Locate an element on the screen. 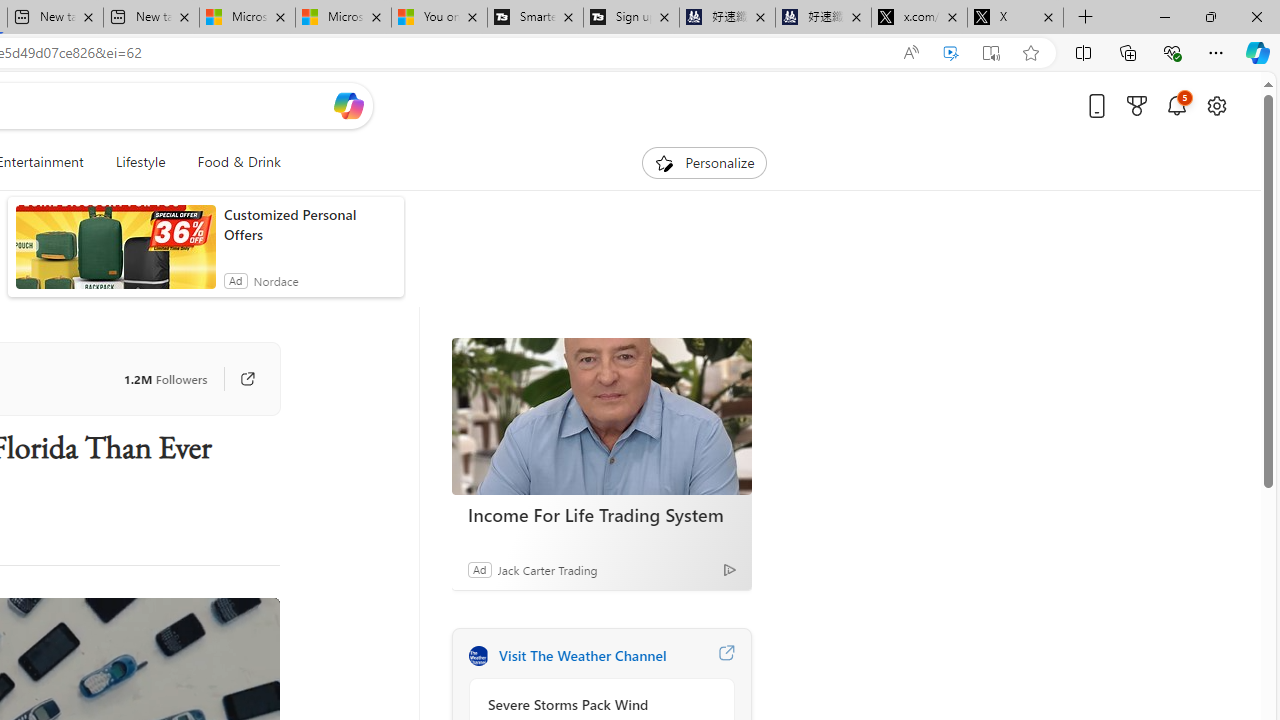  'Go to publisher' is located at coordinates (237, 379).